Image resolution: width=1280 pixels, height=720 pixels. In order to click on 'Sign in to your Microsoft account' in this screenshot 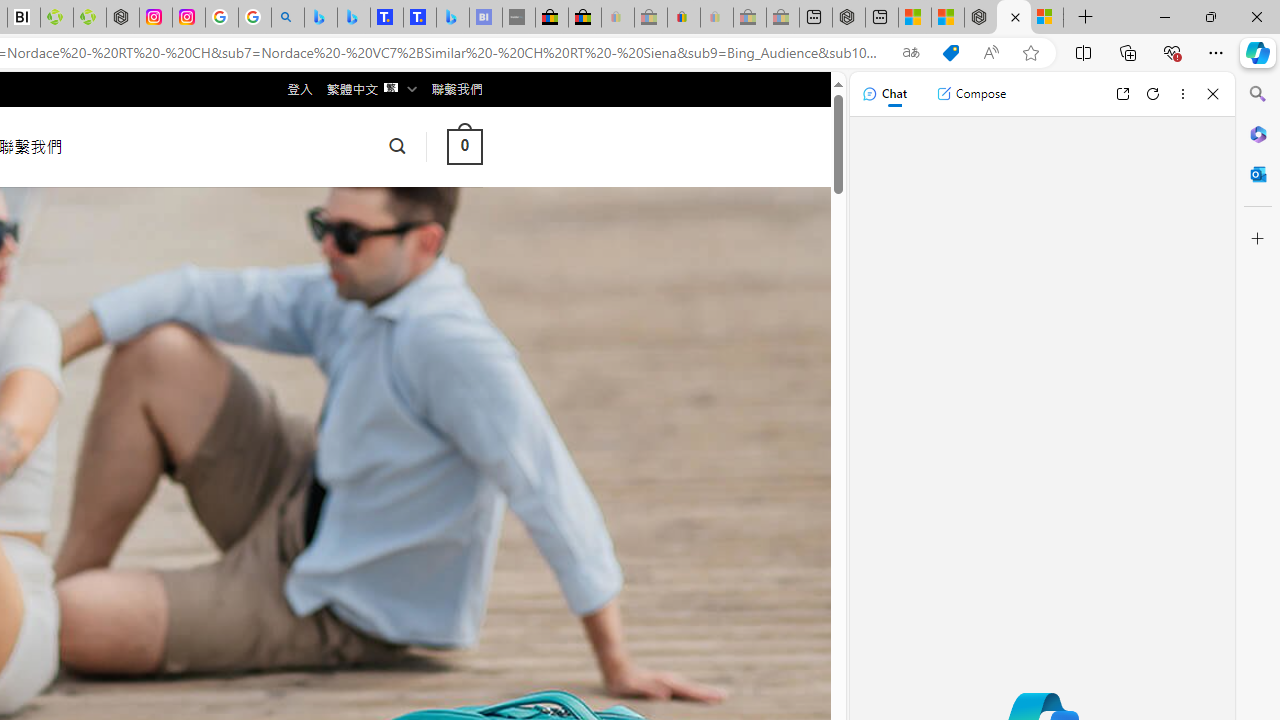, I will do `click(1046, 17)`.